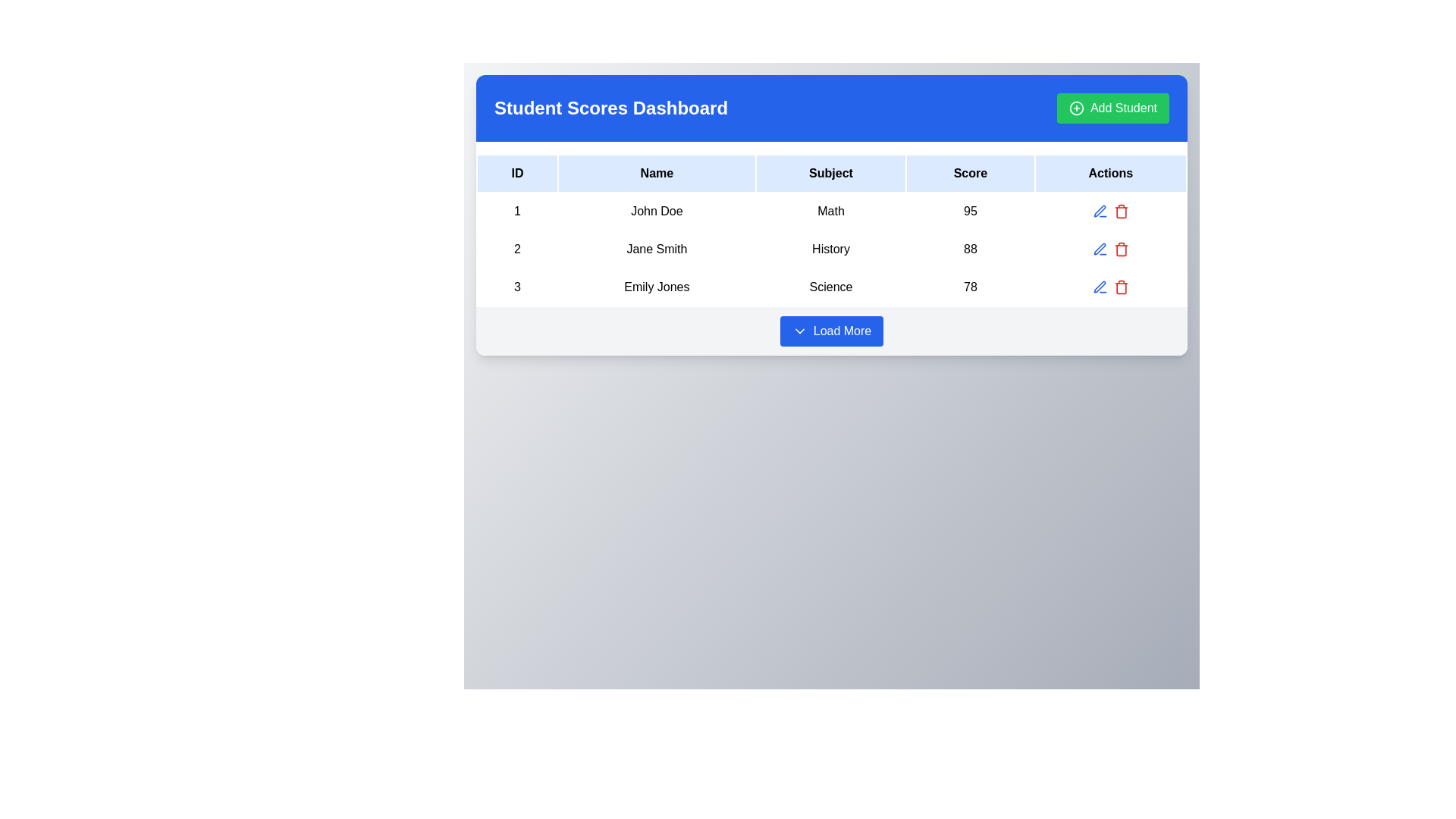 The image size is (1456, 819). What do you see at coordinates (831, 330) in the screenshot?
I see `the 'Load More' button with a blue background and white text located at the bottom of the 'Student Scores Dashboard'` at bounding box center [831, 330].